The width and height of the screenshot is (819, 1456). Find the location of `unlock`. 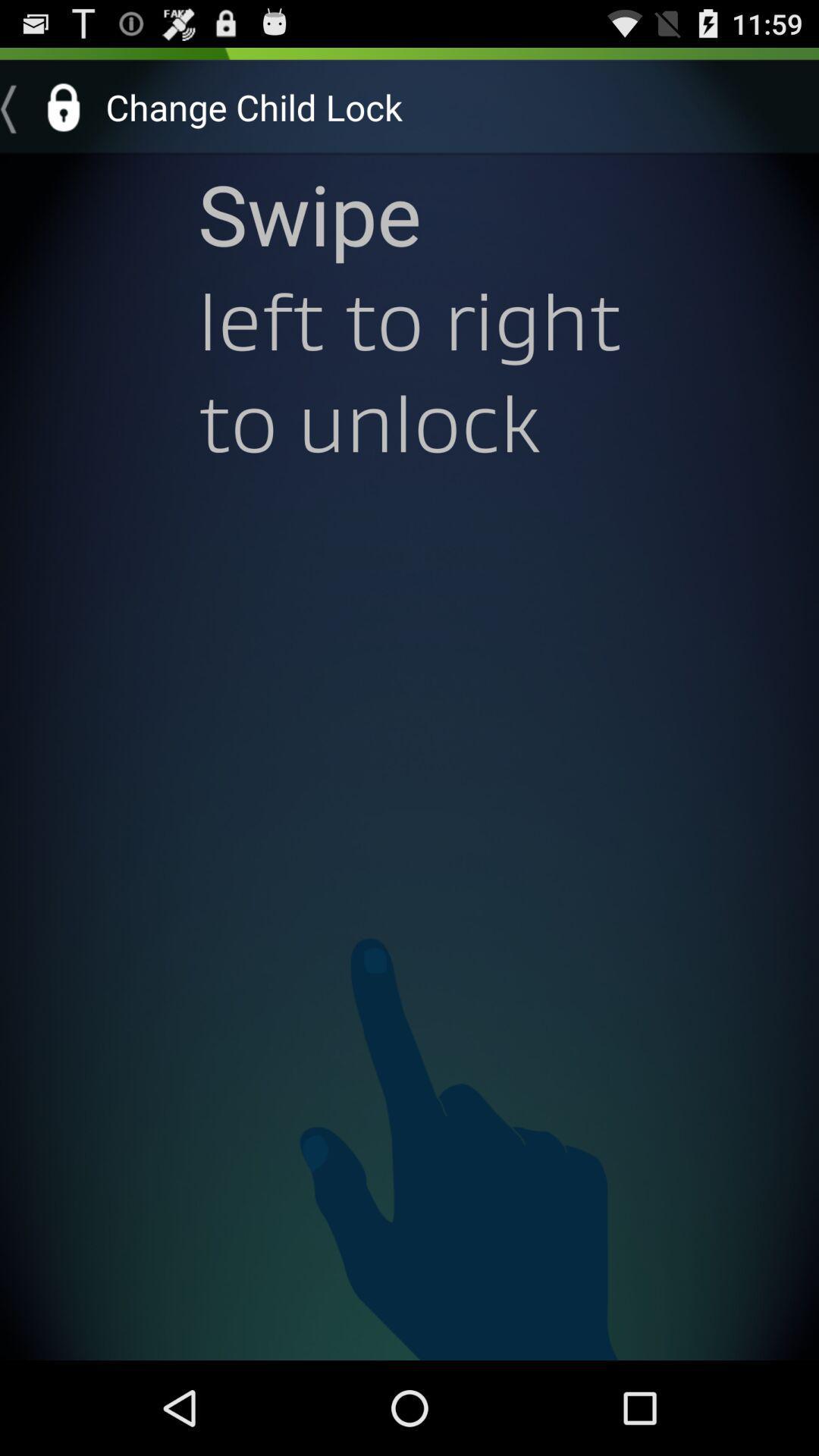

unlock is located at coordinates (46, 106).